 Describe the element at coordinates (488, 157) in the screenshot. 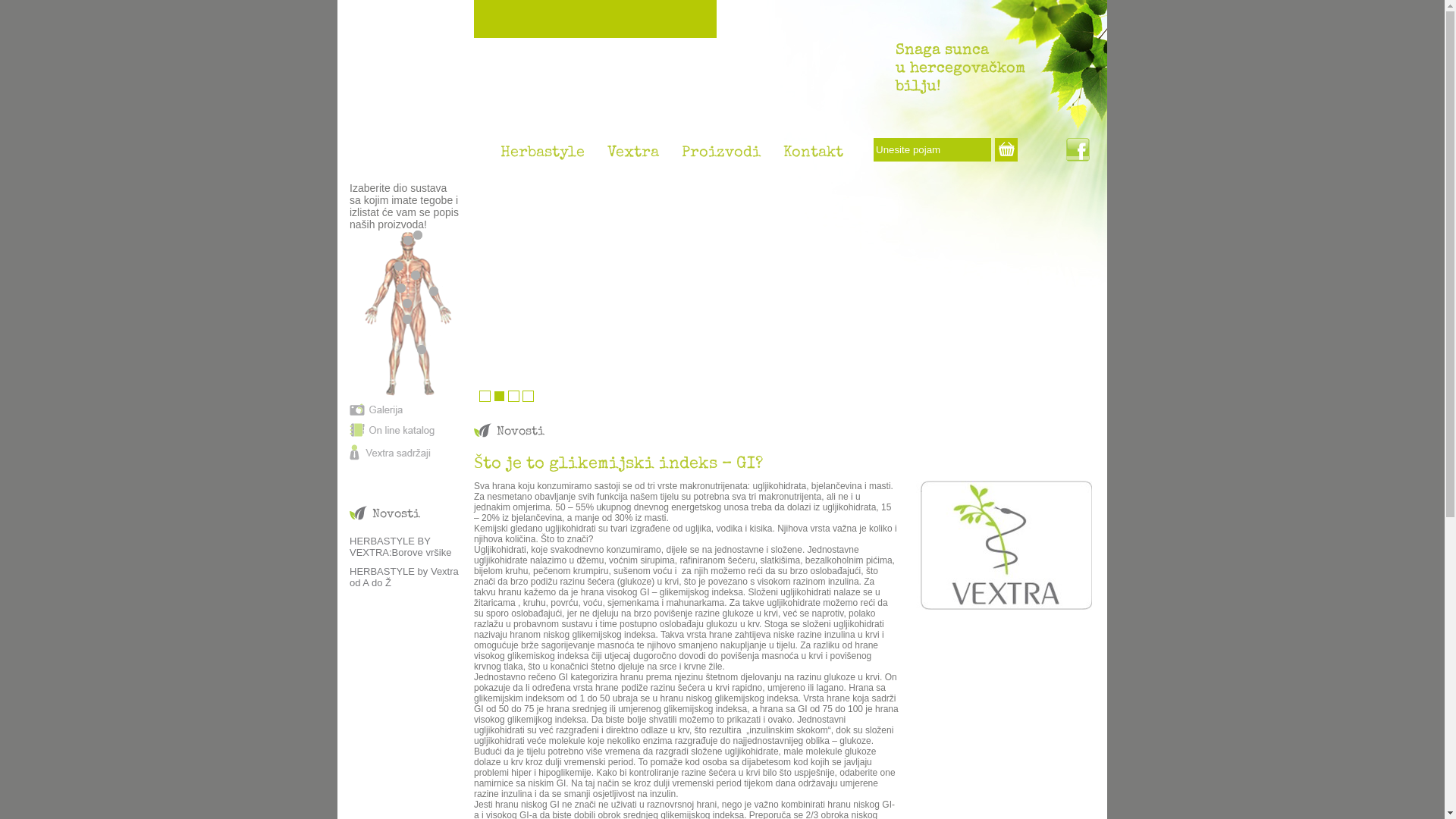

I see `'Herbastyle'` at that location.